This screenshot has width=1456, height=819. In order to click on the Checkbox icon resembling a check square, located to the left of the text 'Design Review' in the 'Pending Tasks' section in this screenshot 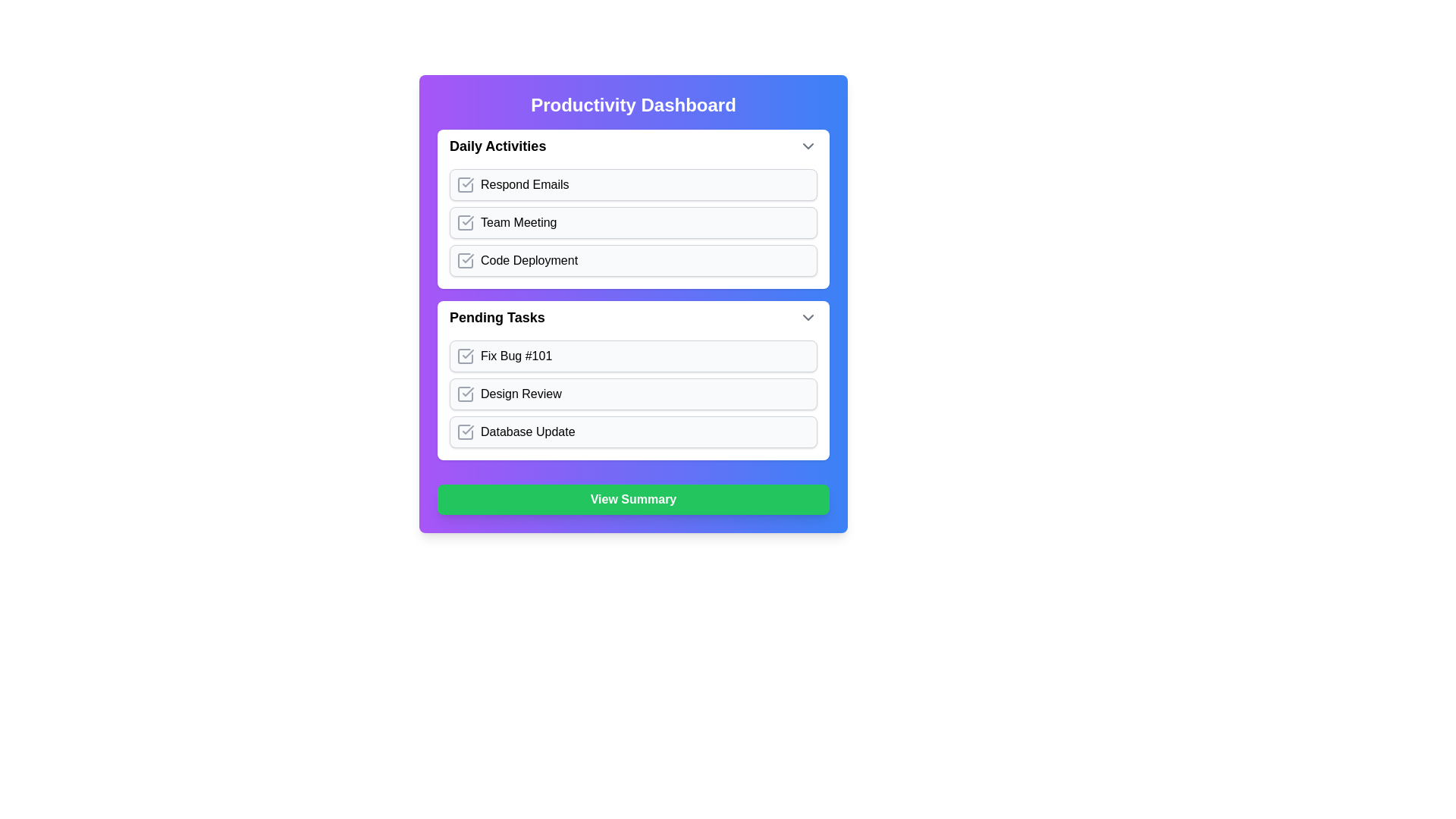, I will do `click(465, 394)`.